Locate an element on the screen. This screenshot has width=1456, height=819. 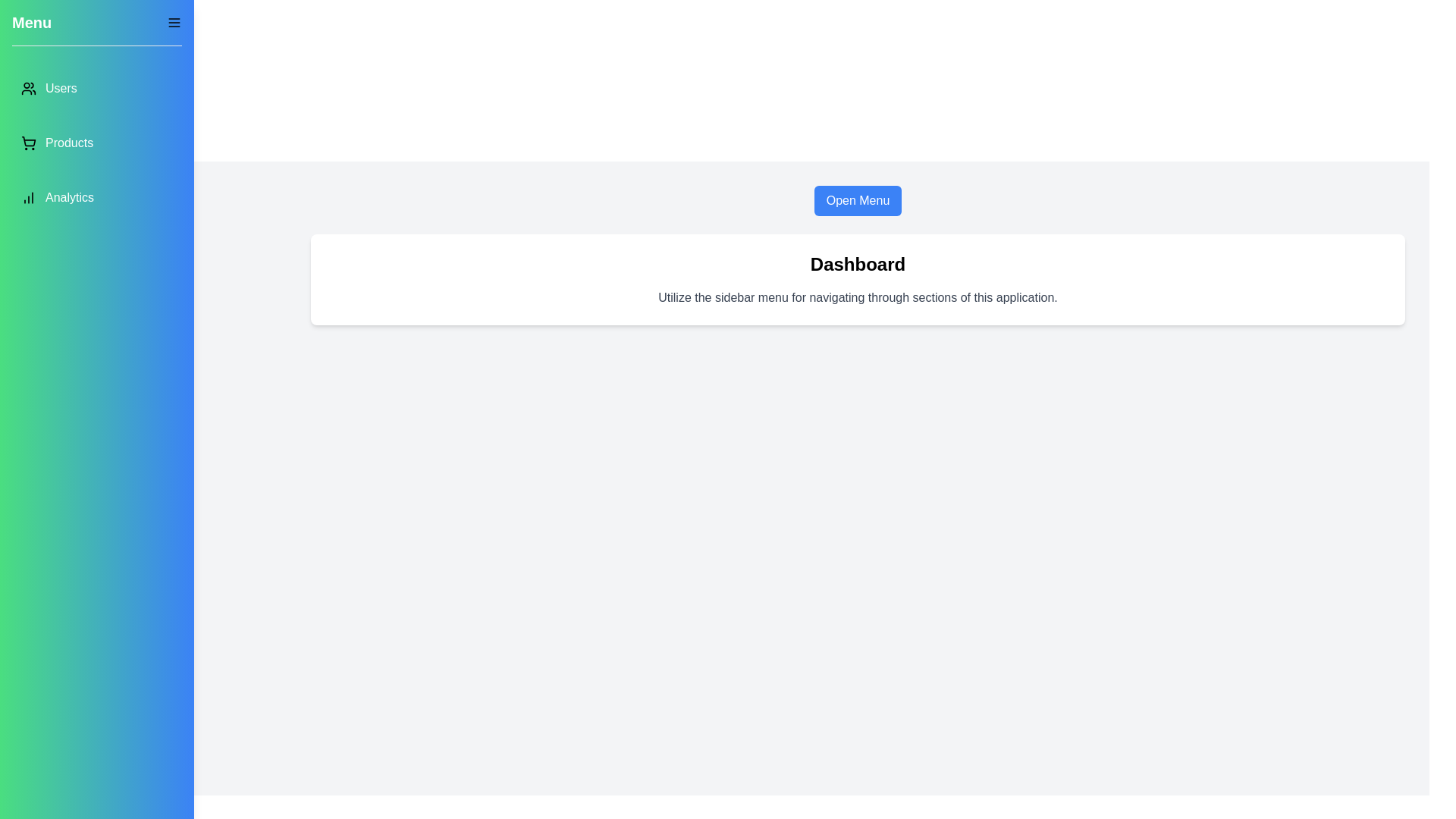
the close button in the drawer to close it is located at coordinates (174, 23).